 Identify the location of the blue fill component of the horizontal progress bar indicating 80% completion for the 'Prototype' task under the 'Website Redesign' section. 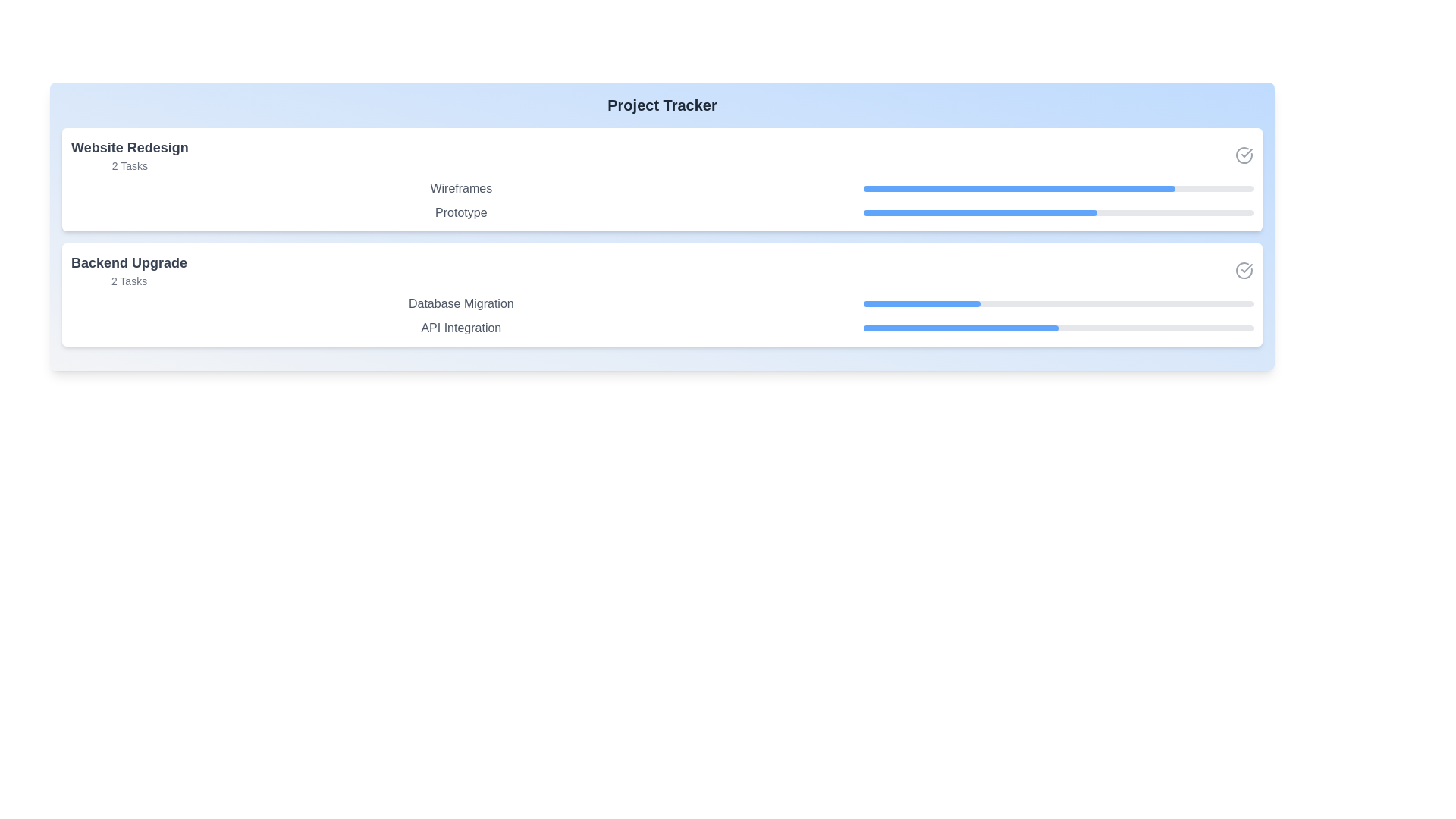
(1019, 188).